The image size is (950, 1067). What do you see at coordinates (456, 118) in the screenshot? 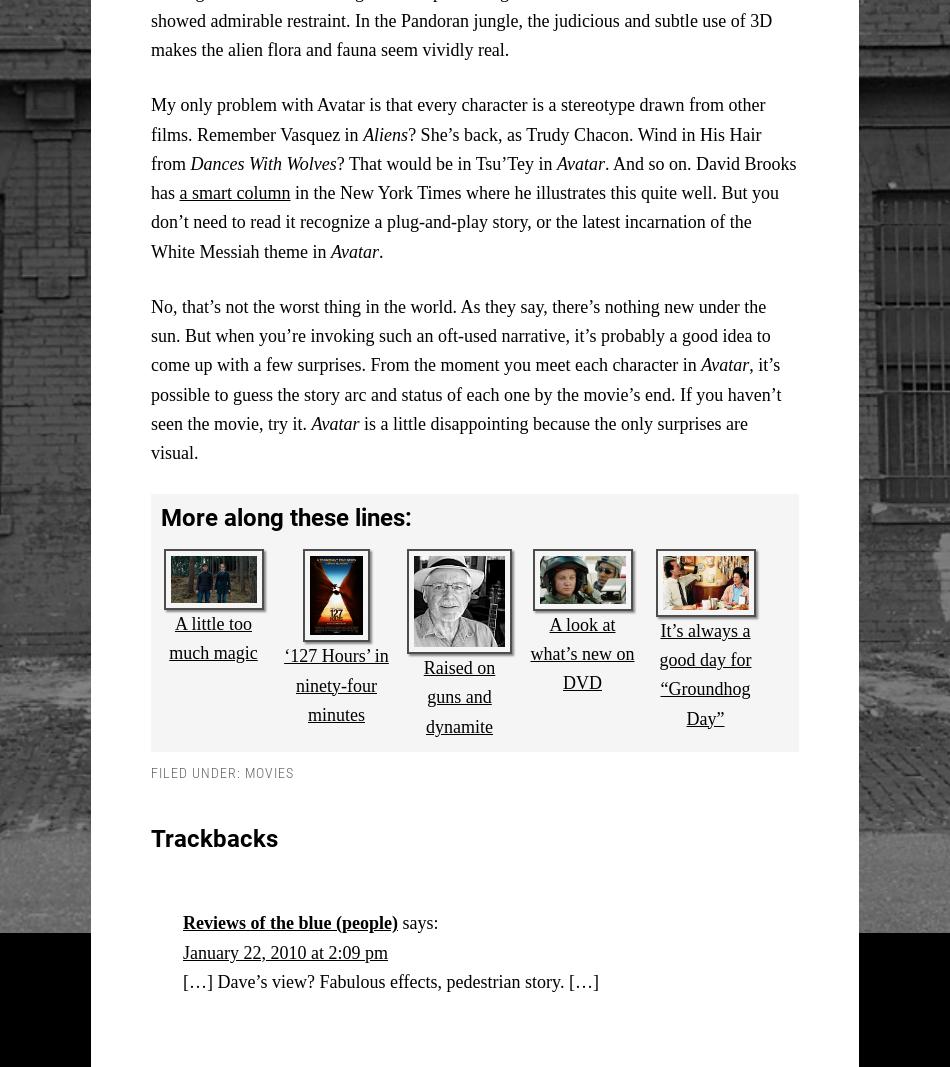
I see `'My only problem with Avatar is that every character is a stereotype drawn from other films. Remember Vasquez in'` at bounding box center [456, 118].